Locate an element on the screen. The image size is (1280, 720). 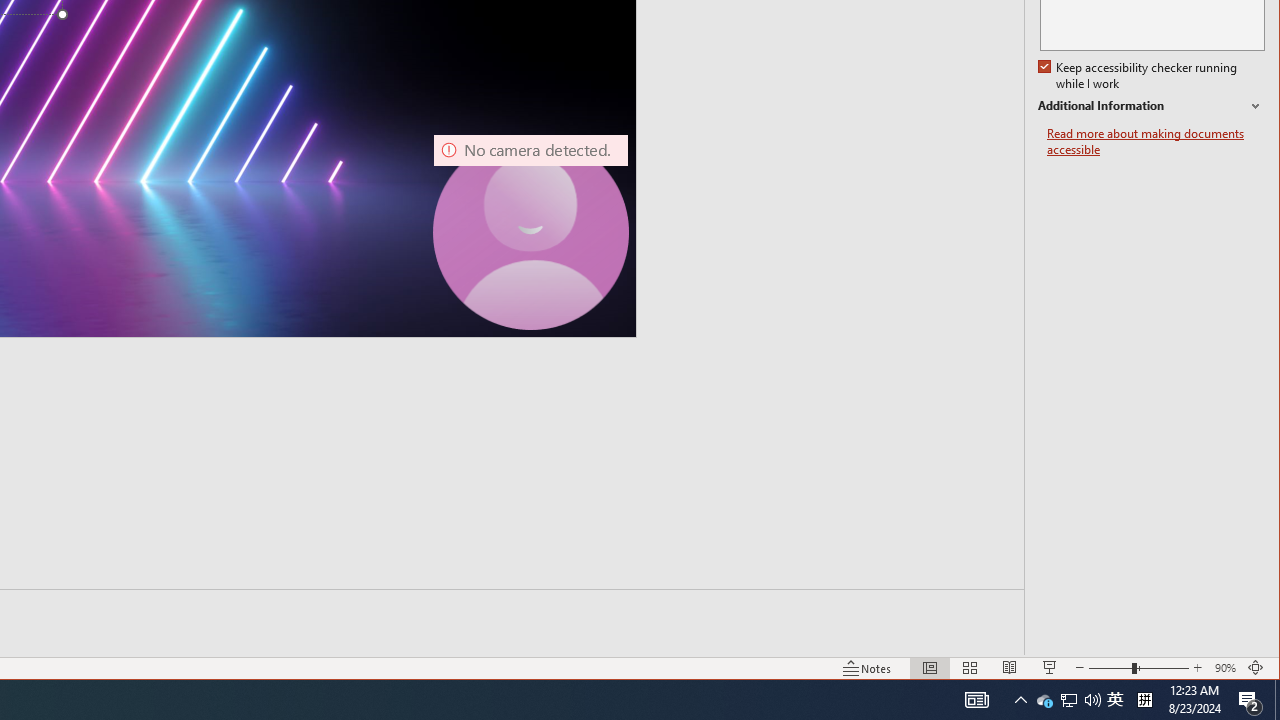
'Keep accessibility checker running while I work' is located at coordinates (1139, 75).